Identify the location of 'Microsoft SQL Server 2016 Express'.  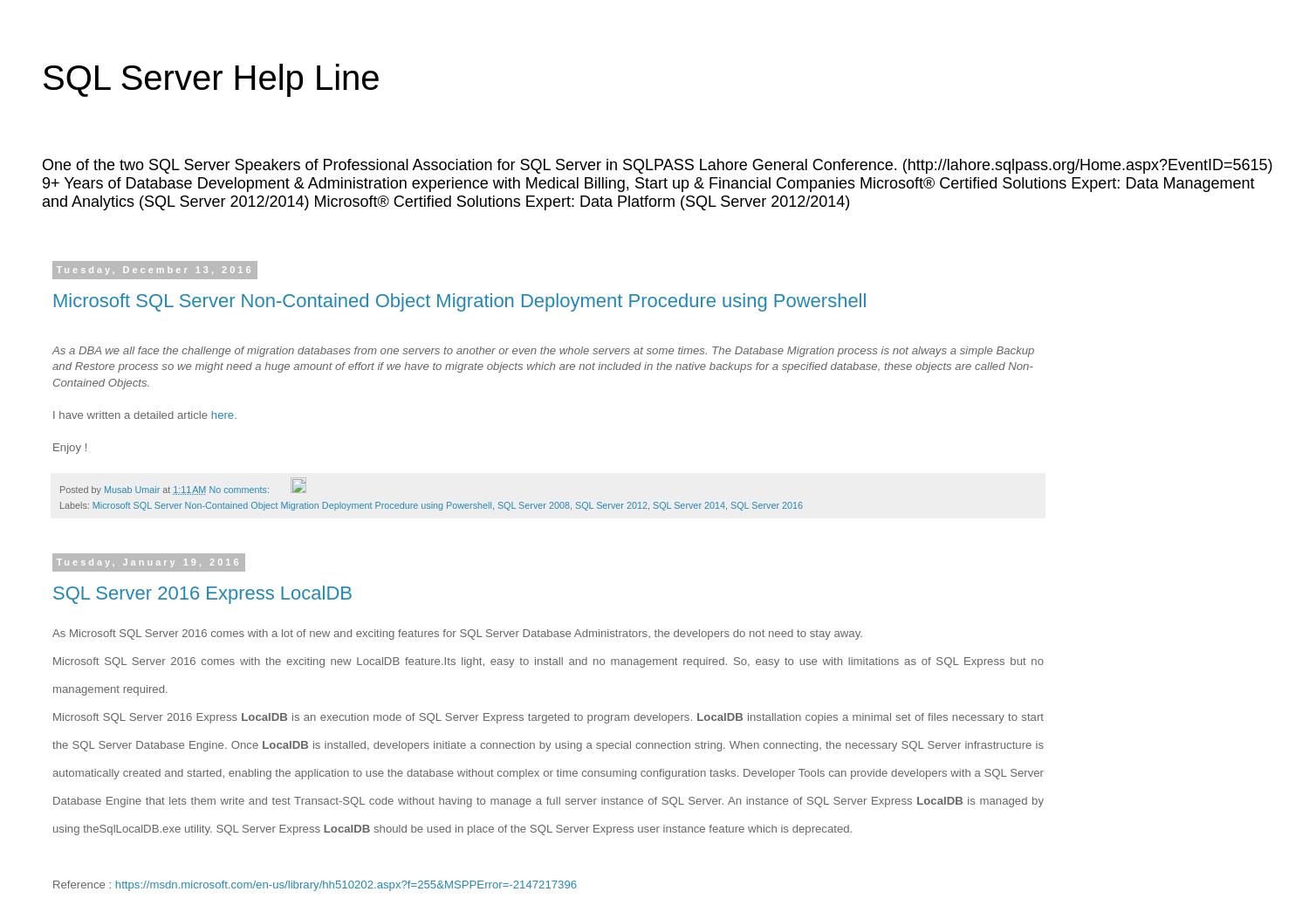
(146, 715).